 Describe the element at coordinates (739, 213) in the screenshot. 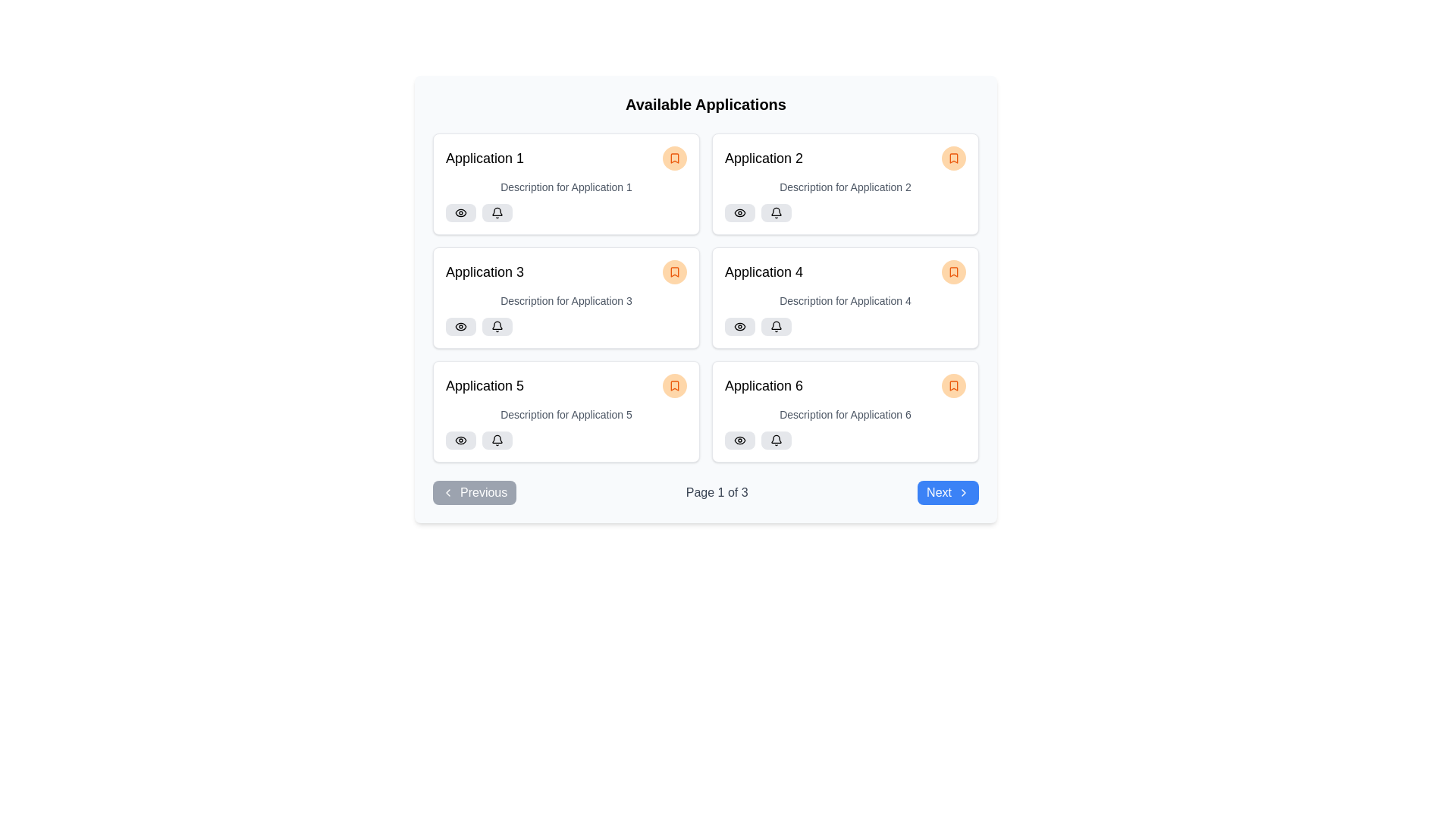

I see `the visibility toggle icon for 'Application 2'` at that location.